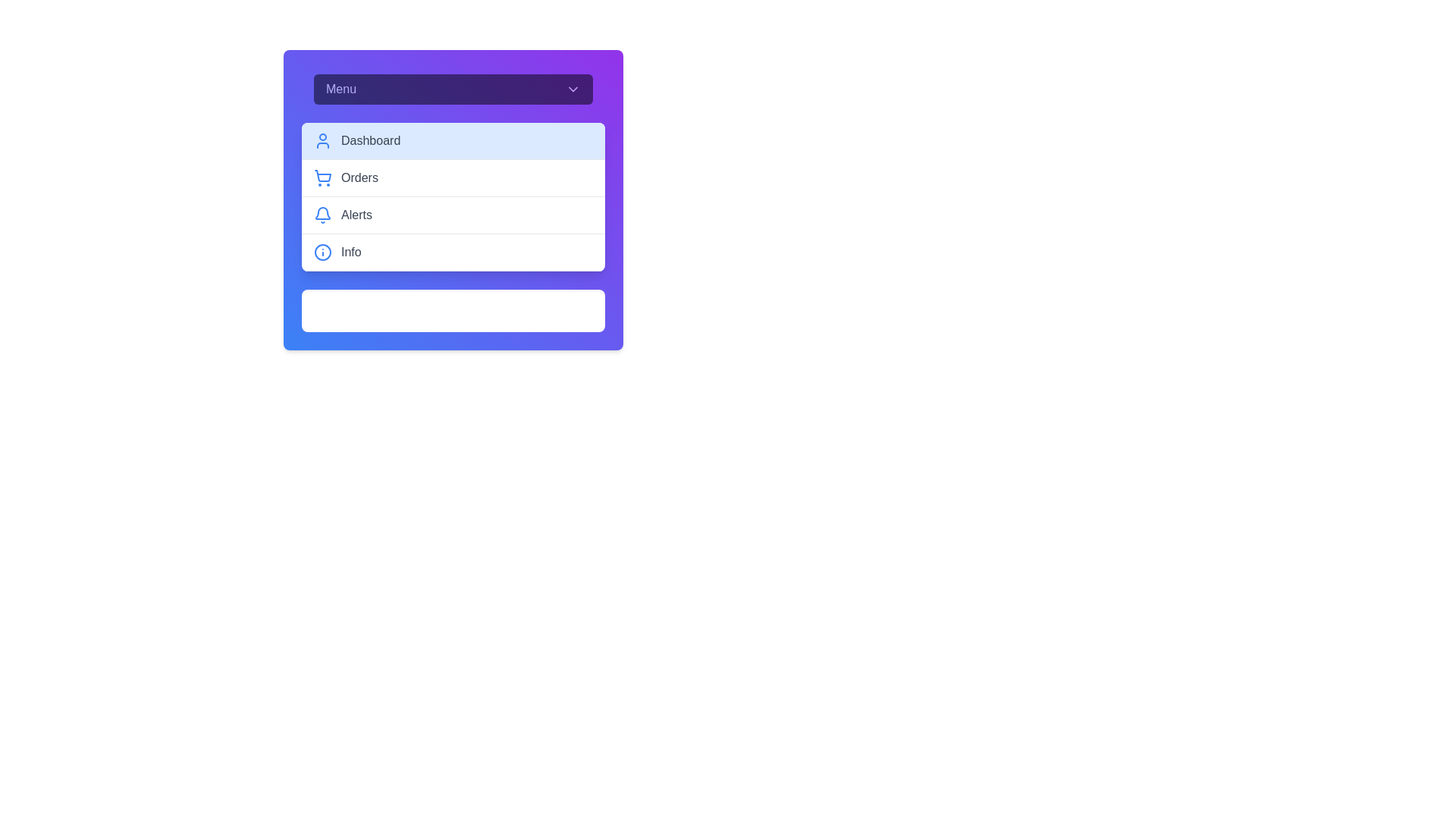 The height and width of the screenshot is (819, 1456). Describe the element at coordinates (453, 89) in the screenshot. I see `the dropdown menu toggle button located at the top of the menu panel` at that location.